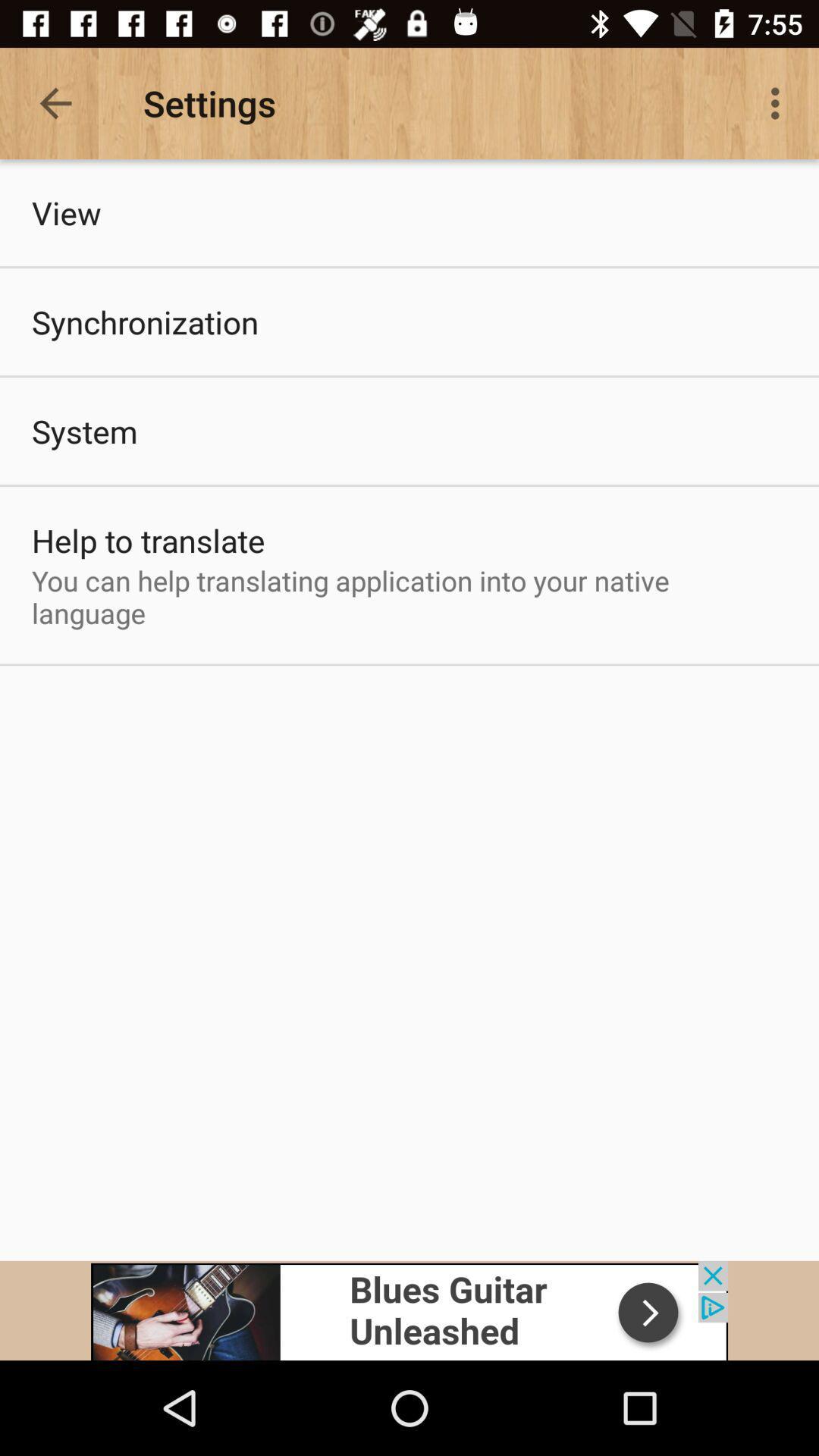 This screenshot has width=819, height=1456. I want to click on open advertisement, so click(409, 1310).